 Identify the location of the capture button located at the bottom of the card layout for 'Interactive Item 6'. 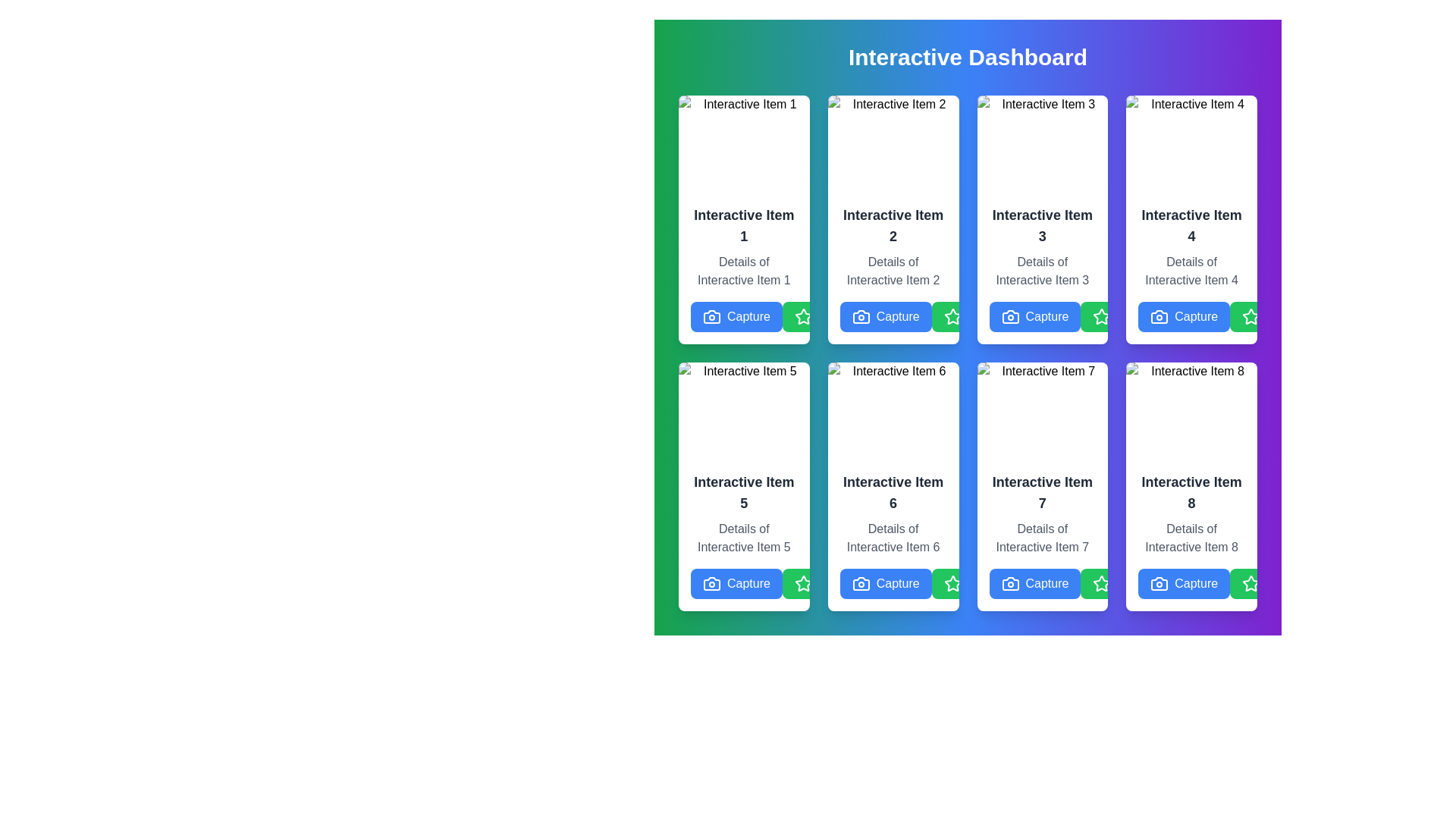
(893, 583).